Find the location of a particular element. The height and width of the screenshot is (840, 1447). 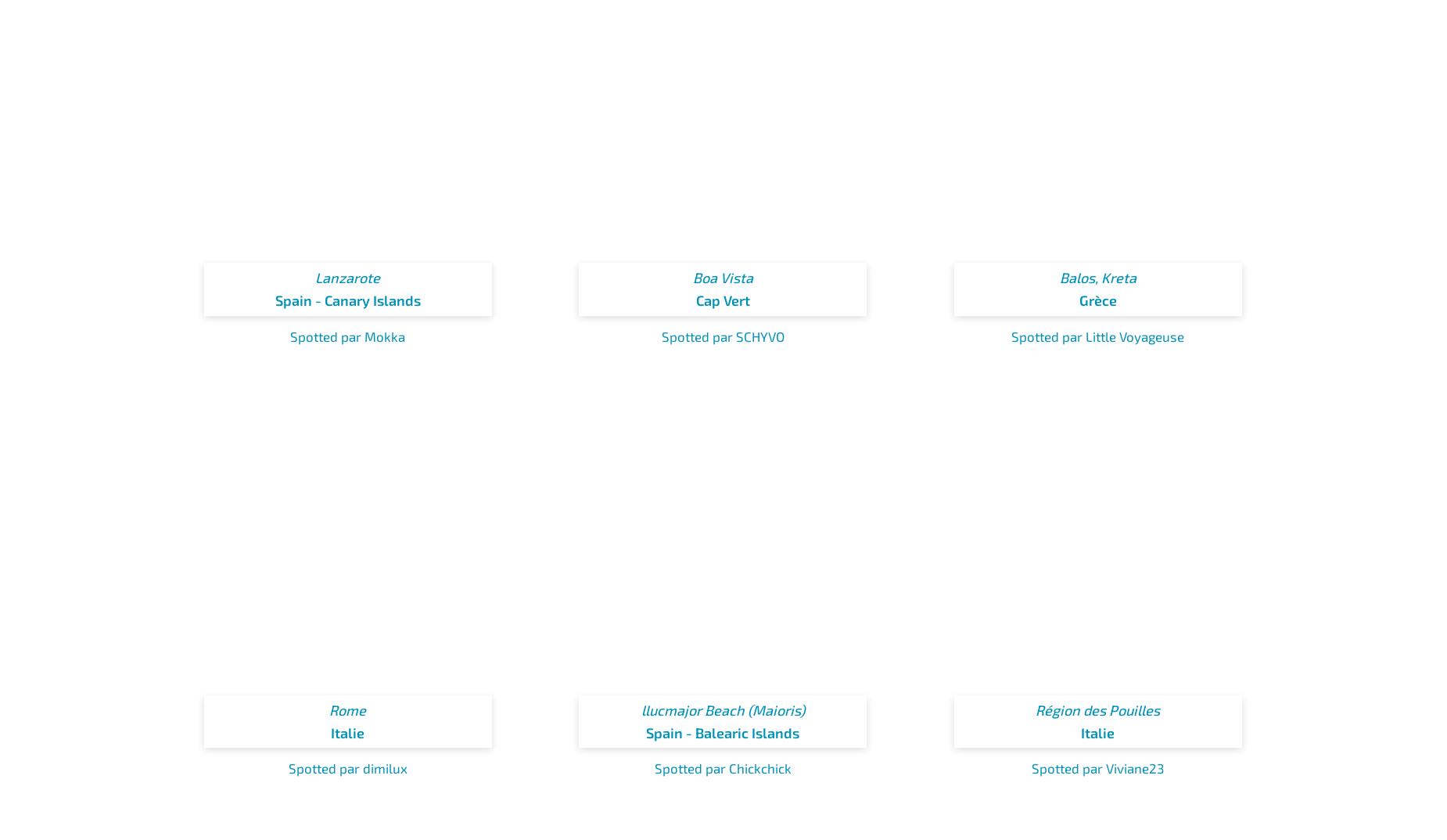

'Spotted par Chickchick' is located at coordinates (722, 766).